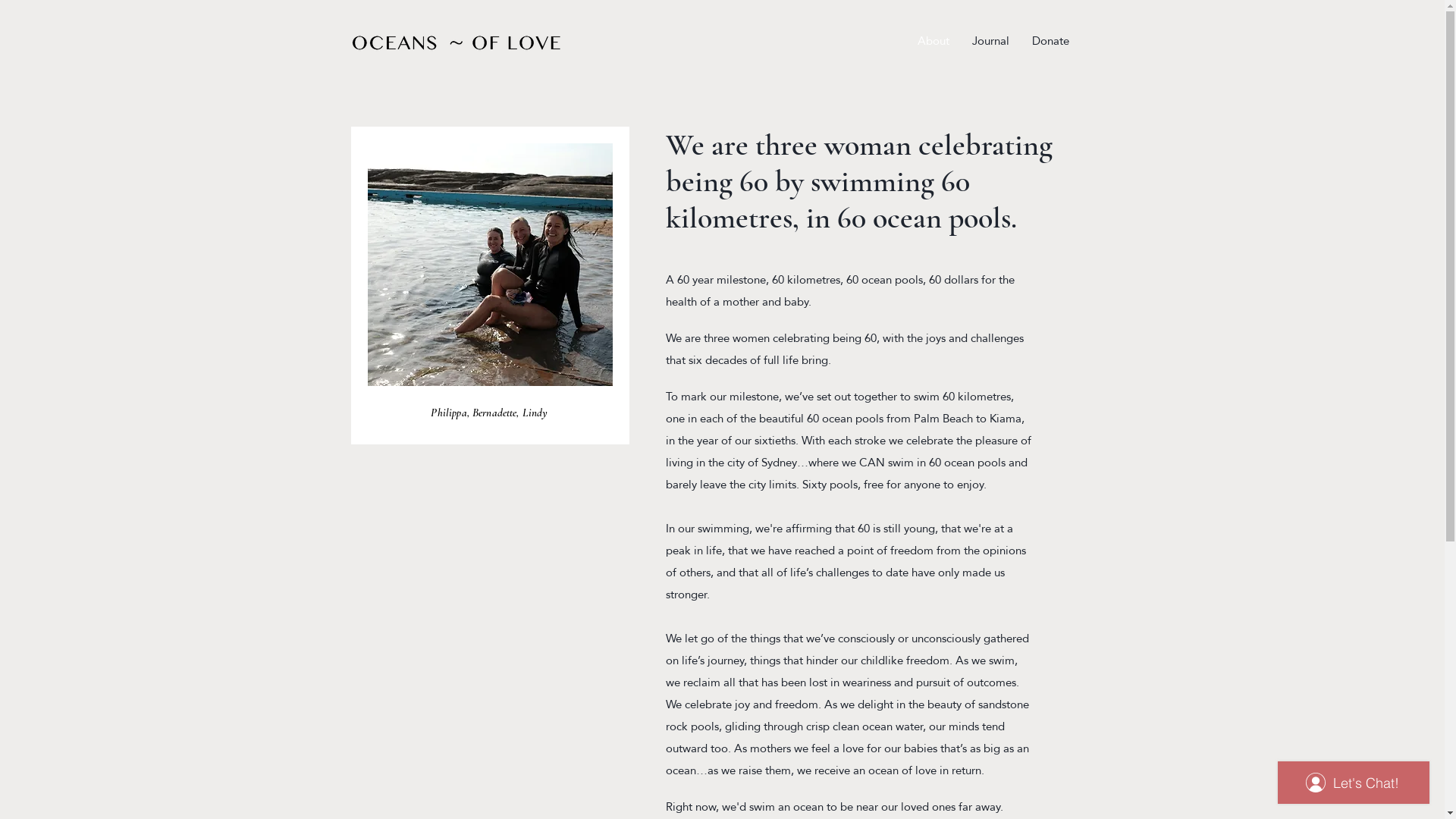 The width and height of the screenshot is (1456, 819). Describe the element at coordinates (905, 40) in the screenshot. I see `'About'` at that location.